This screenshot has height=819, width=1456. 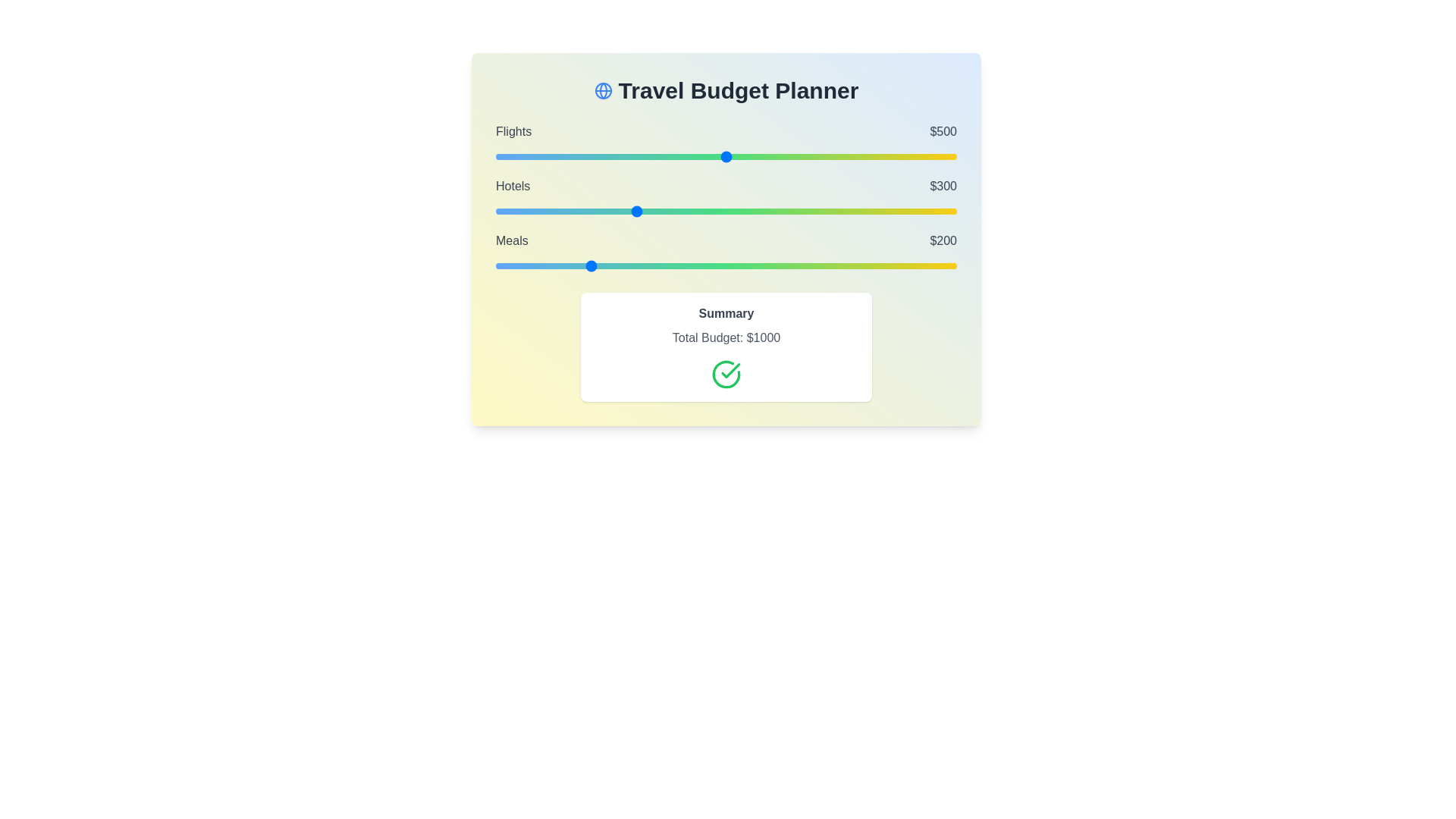 I want to click on the 'Flights' budget slider to 482, so click(x=717, y=157).